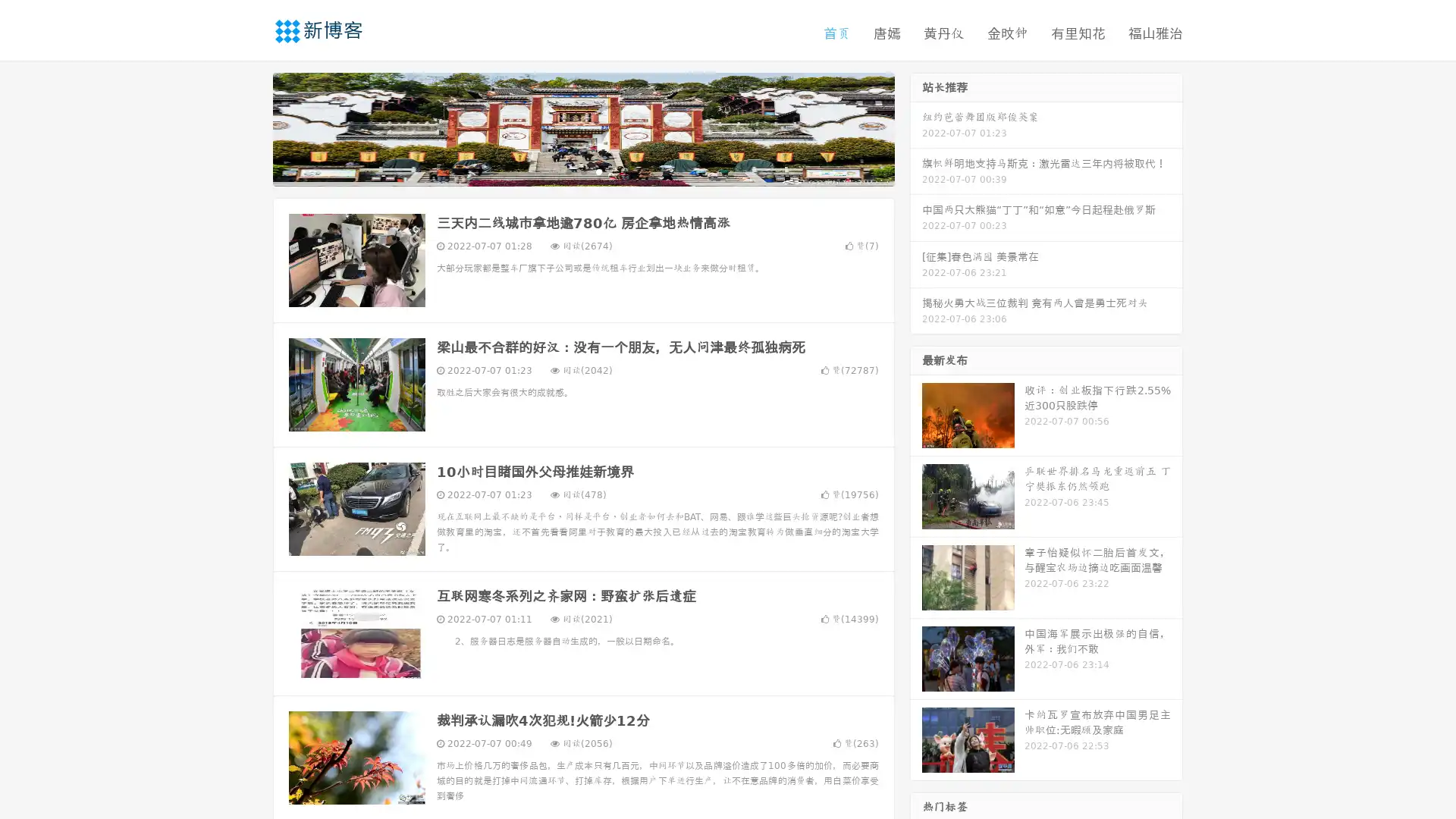 This screenshot has height=819, width=1456. Describe the element at coordinates (582, 171) in the screenshot. I see `Go to slide 2` at that location.